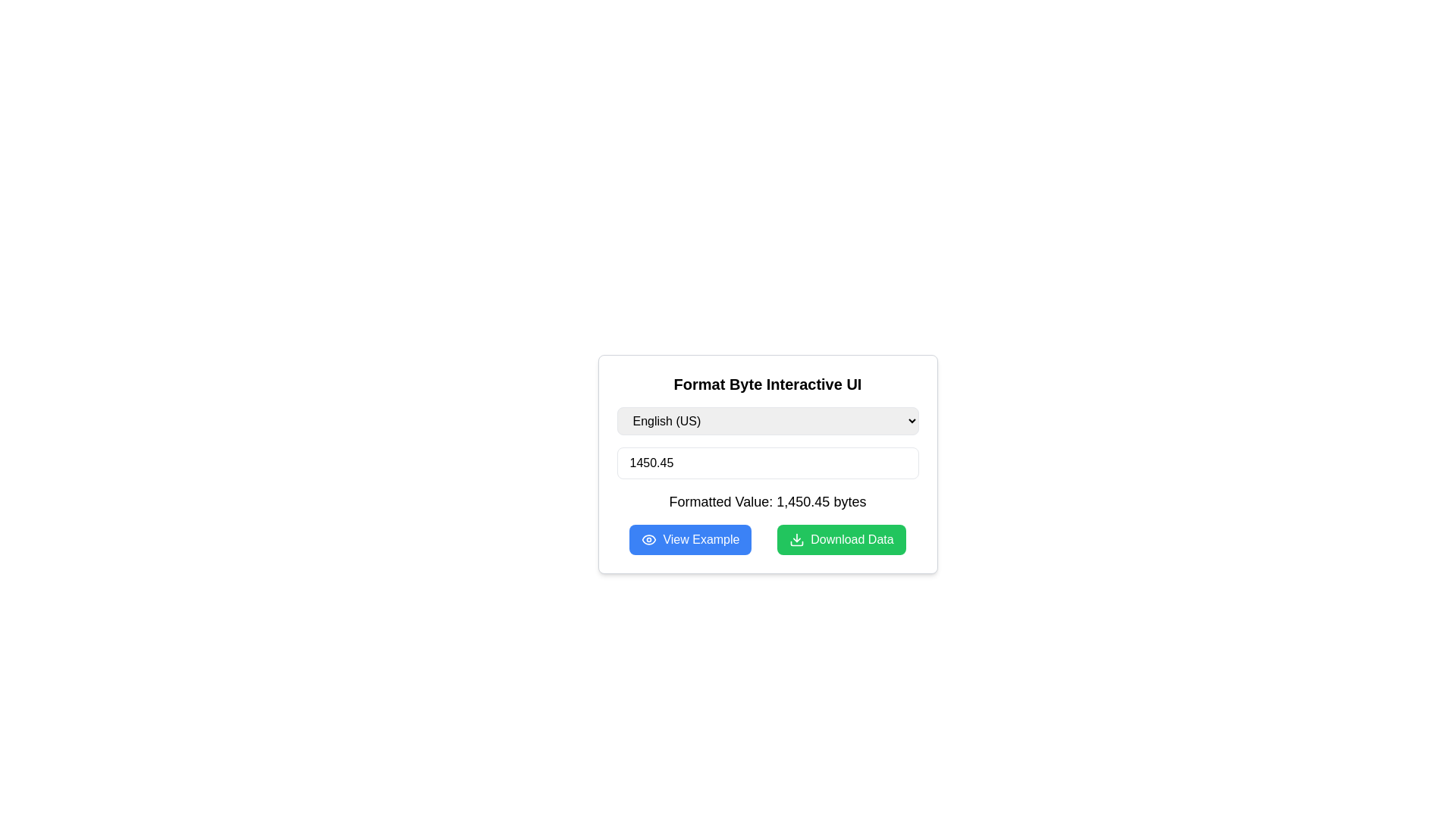 Image resolution: width=1456 pixels, height=819 pixels. Describe the element at coordinates (767, 421) in the screenshot. I see `an option from the language preference dropdown menu located below the 'Format Byte Interactive UI' heading` at that location.